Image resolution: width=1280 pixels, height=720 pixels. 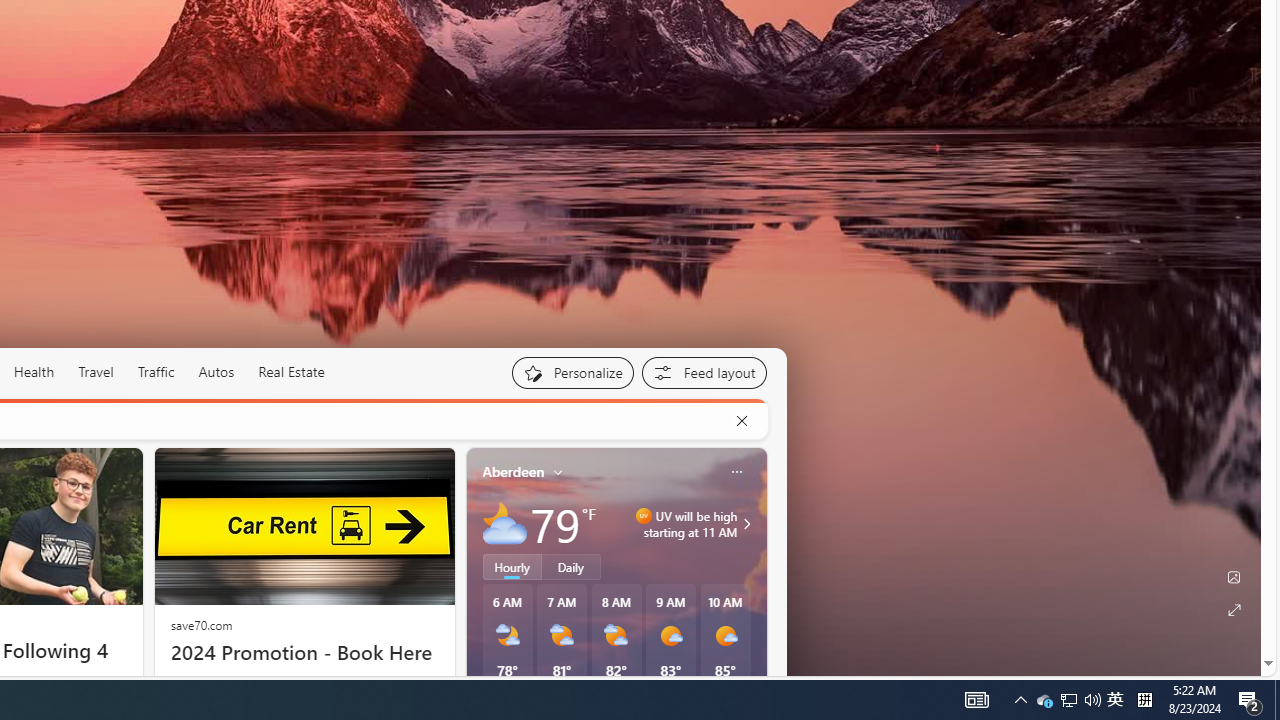 I want to click on 'Health', so click(x=34, y=371).